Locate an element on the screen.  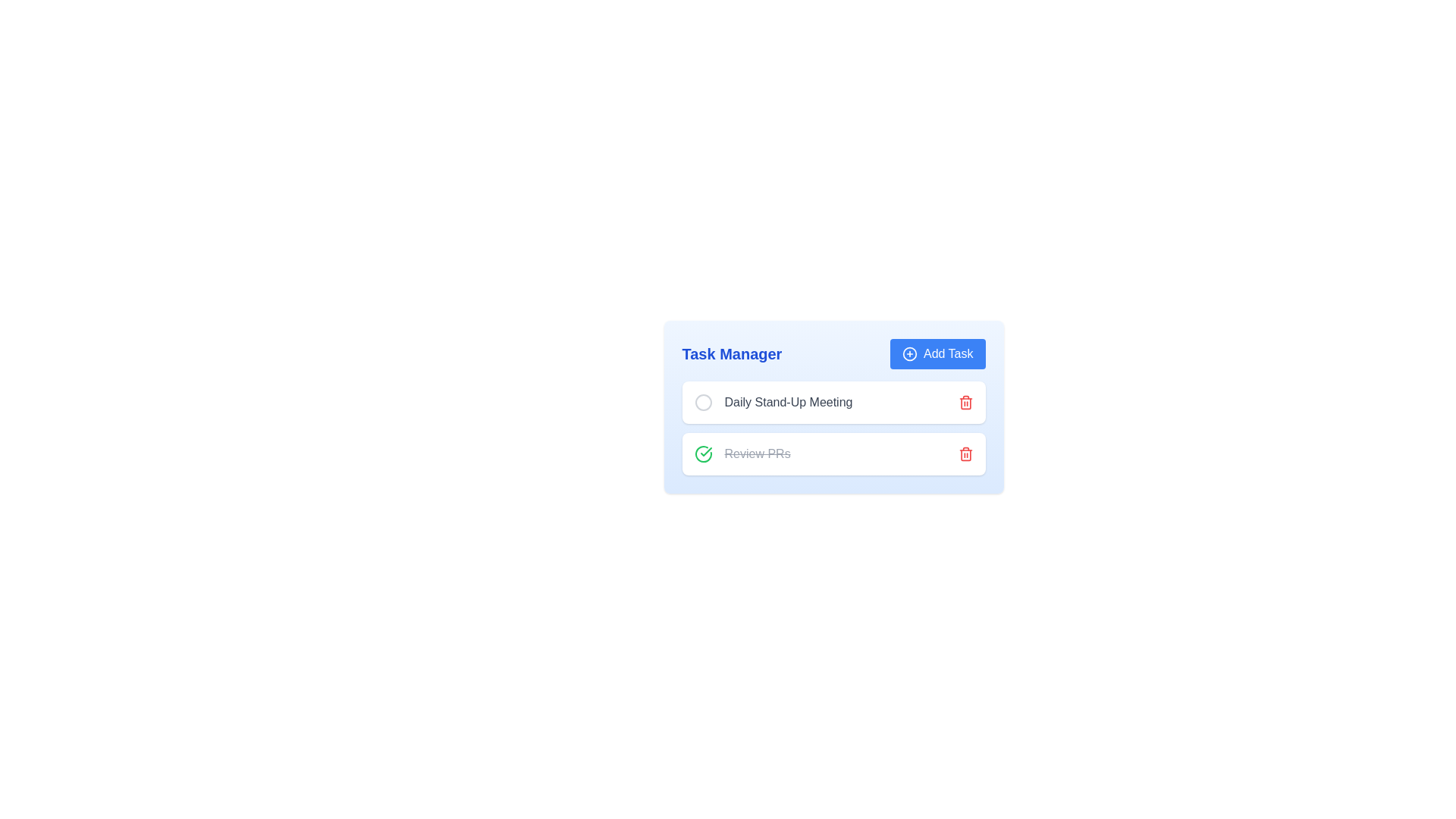
the 'Add Task' button with a blue background and white text, located on the right side of the 'Task Manager' header section is located at coordinates (937, 353).